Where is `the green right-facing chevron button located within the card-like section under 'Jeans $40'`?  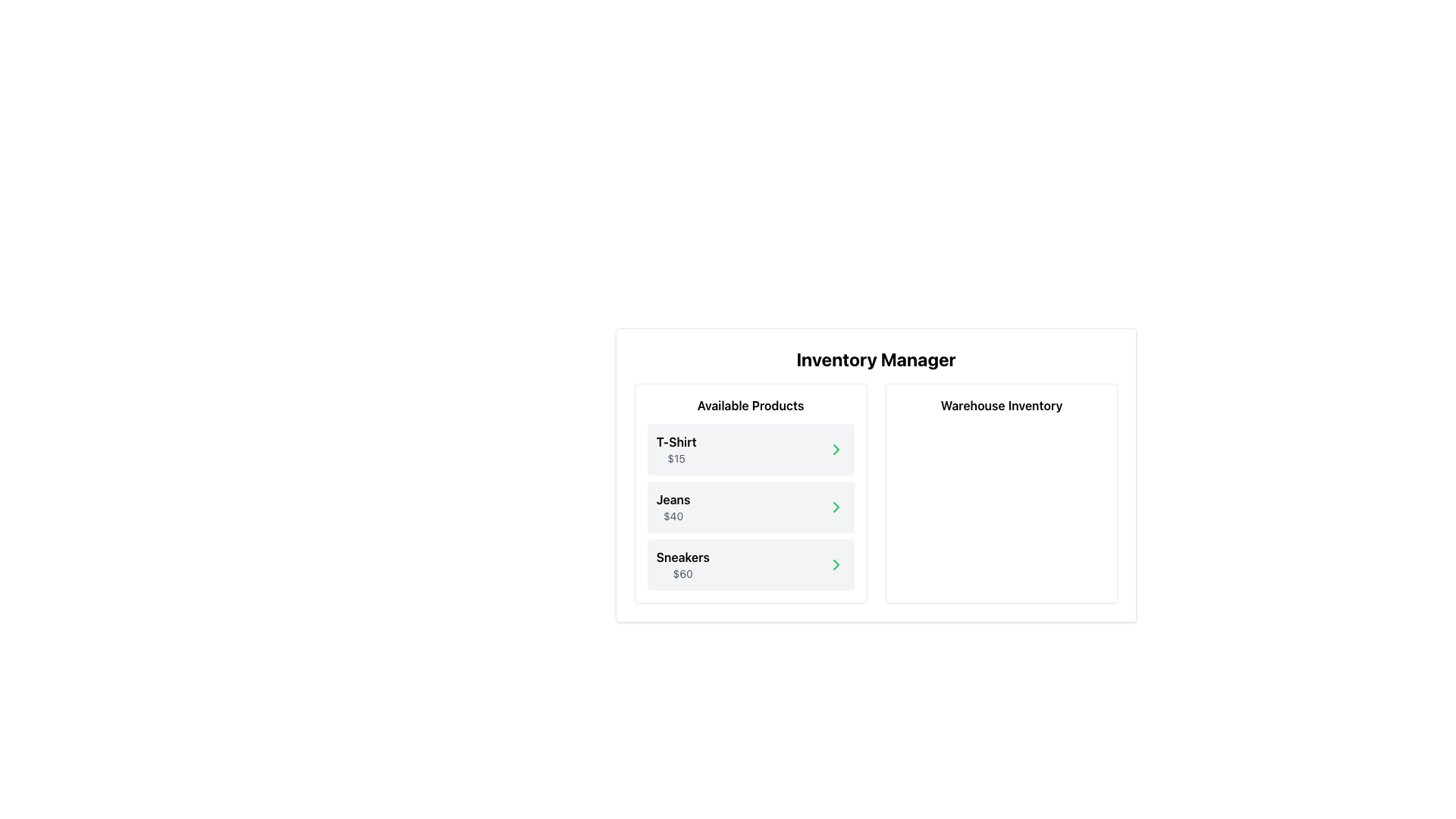
the green right-facing chevron button located within the card-like section under 'Jeans $40' is located at coordinates (835, 507).